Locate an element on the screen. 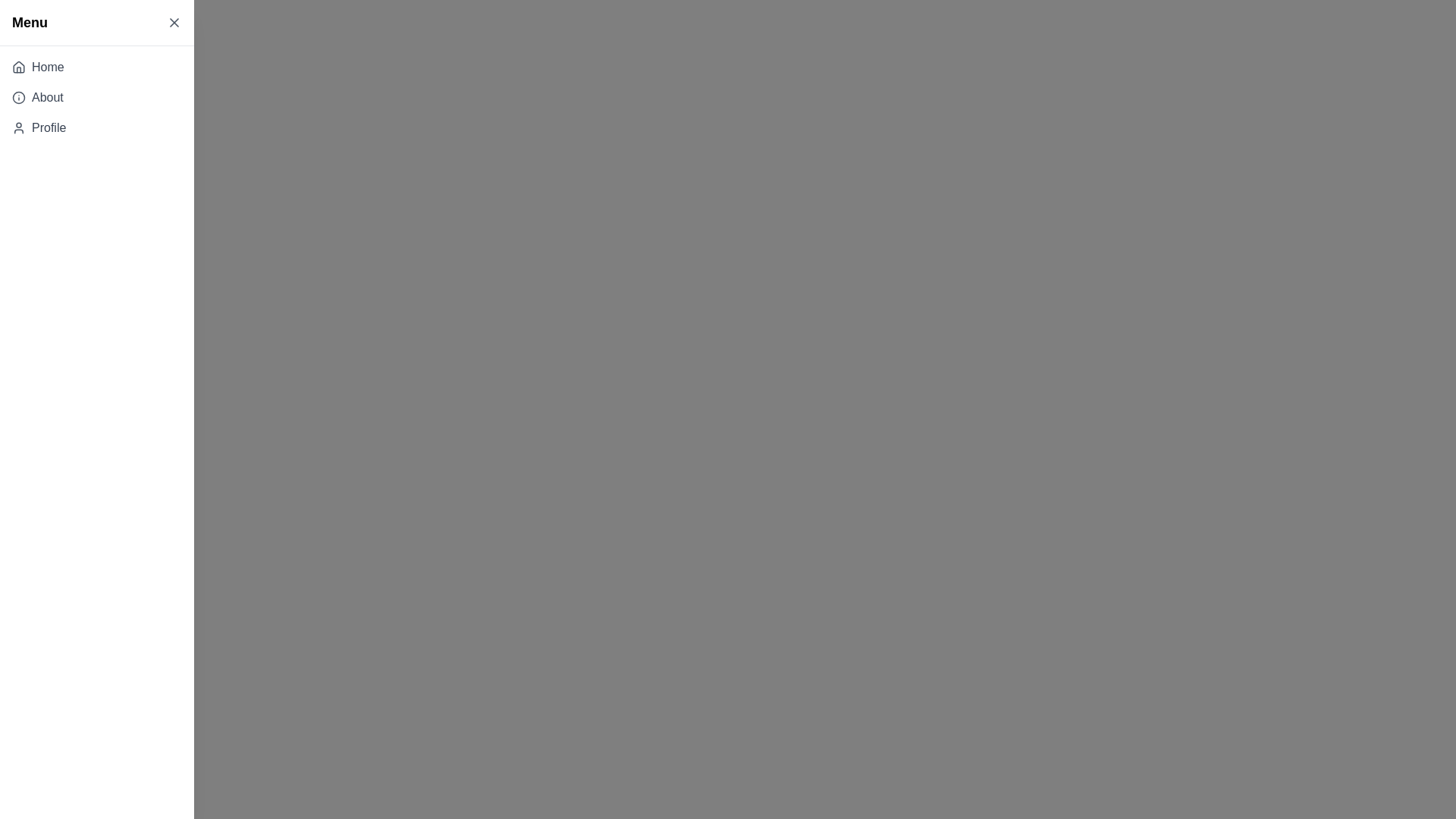 This screenshot has width=1456, height=819. the close button in the top-right corner of the menu interface is located at coordinates (174, 23).